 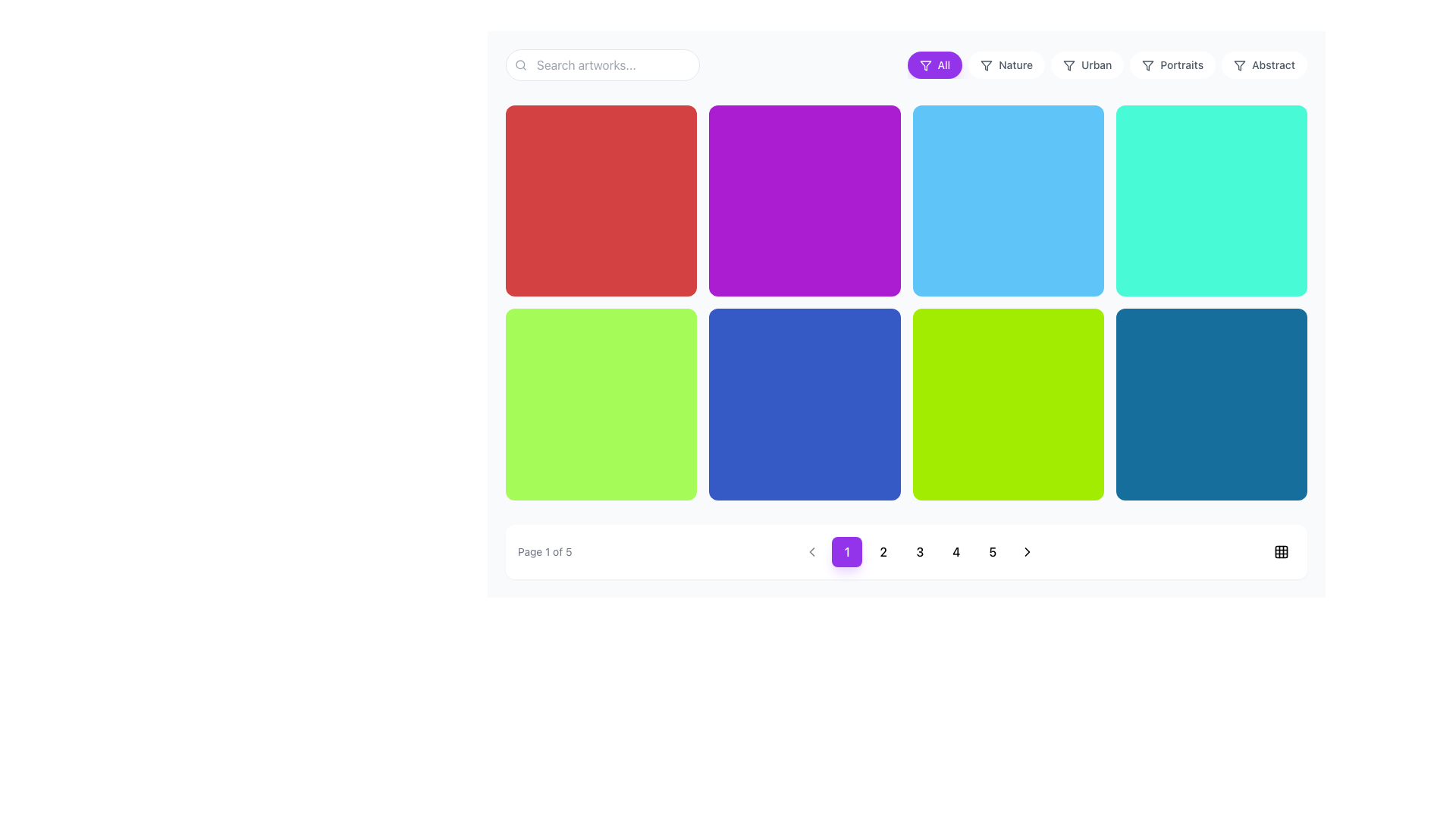 I want to click on the rightmost Chevron Icon in the pagination section, so click(x=1028, y=551).